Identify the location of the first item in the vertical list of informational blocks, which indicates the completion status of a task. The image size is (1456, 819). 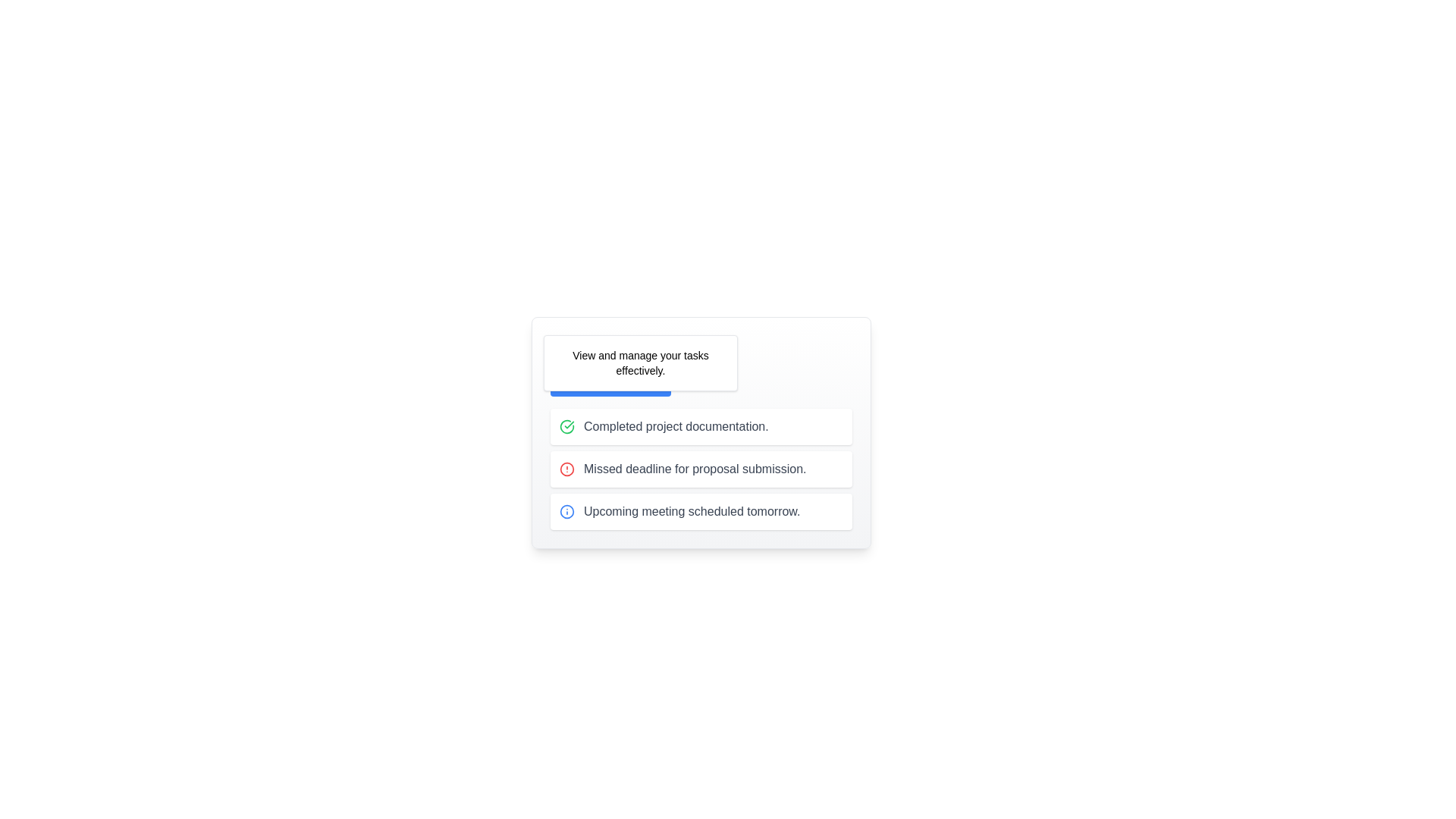
(701, 427).